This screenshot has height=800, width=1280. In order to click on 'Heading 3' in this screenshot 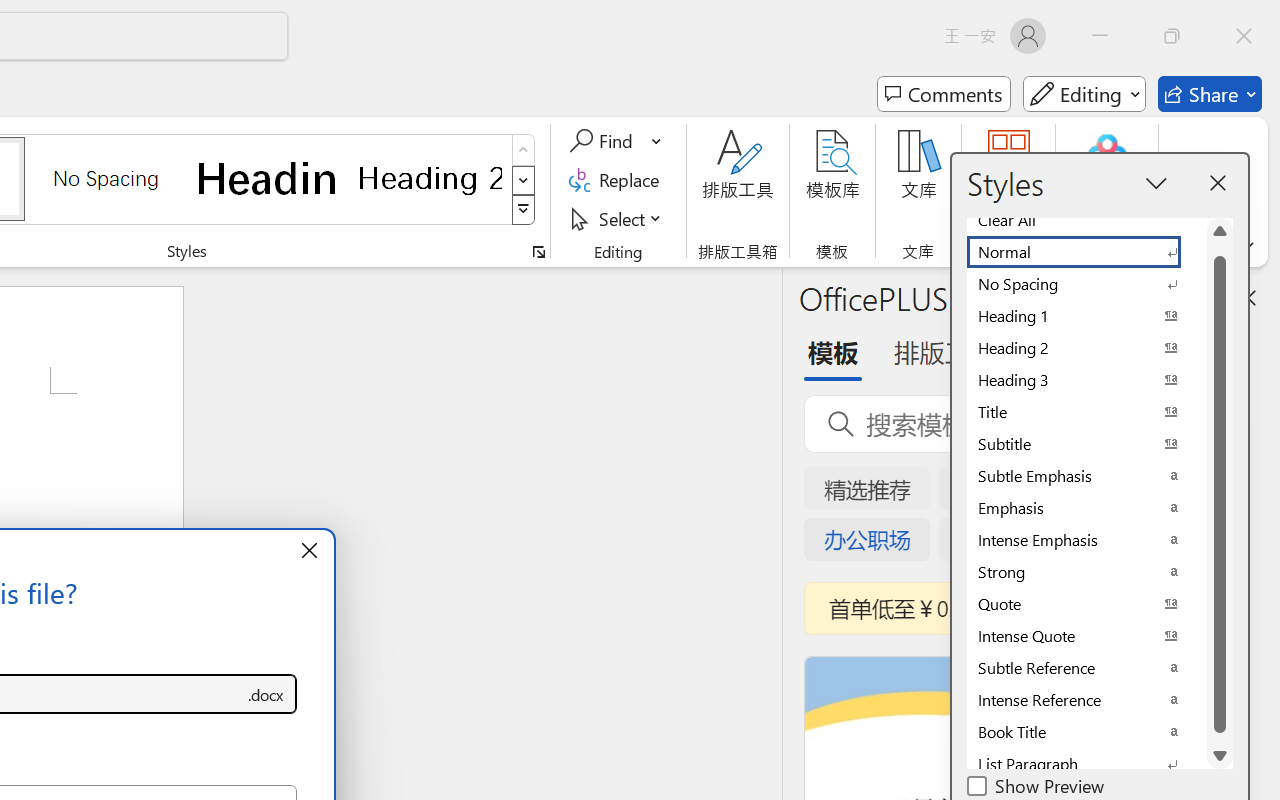, I will do `click(1085, 379)`.